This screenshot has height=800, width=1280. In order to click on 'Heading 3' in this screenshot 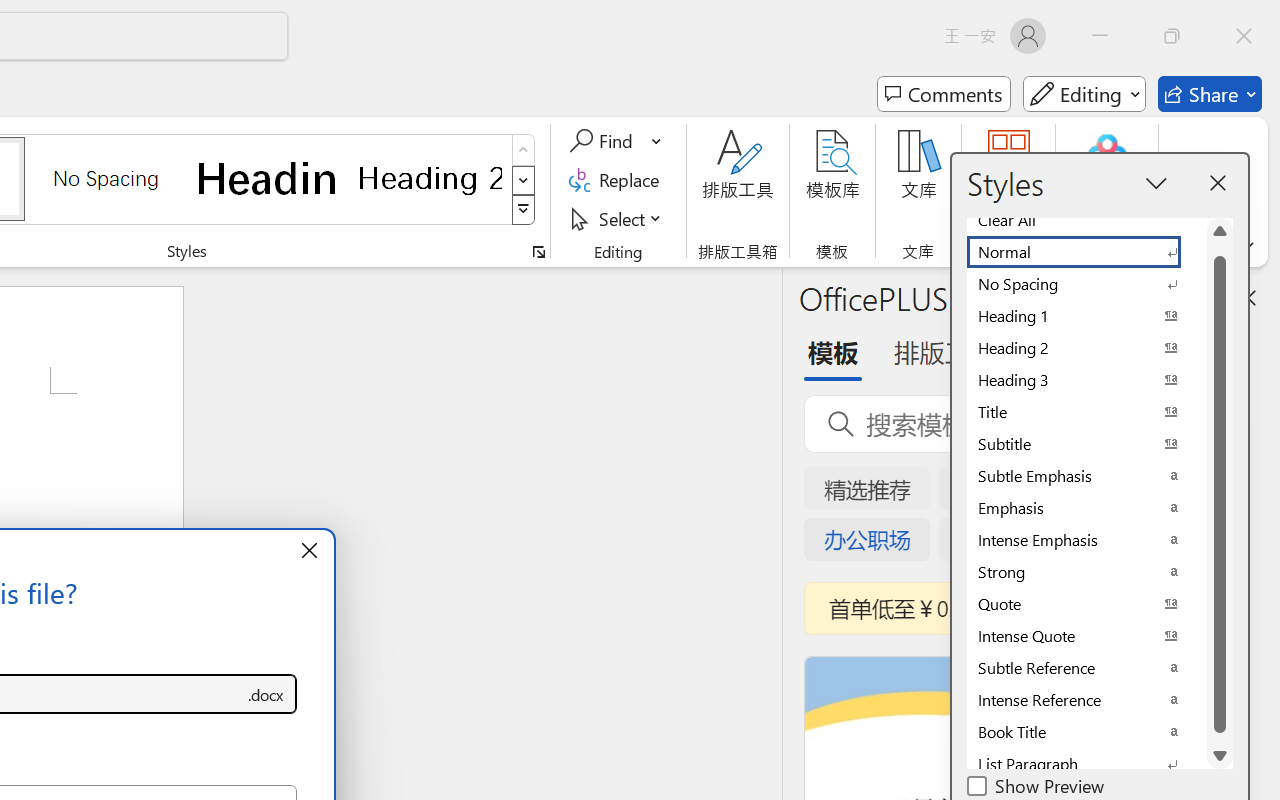, I will do `click(1085, 379)`.